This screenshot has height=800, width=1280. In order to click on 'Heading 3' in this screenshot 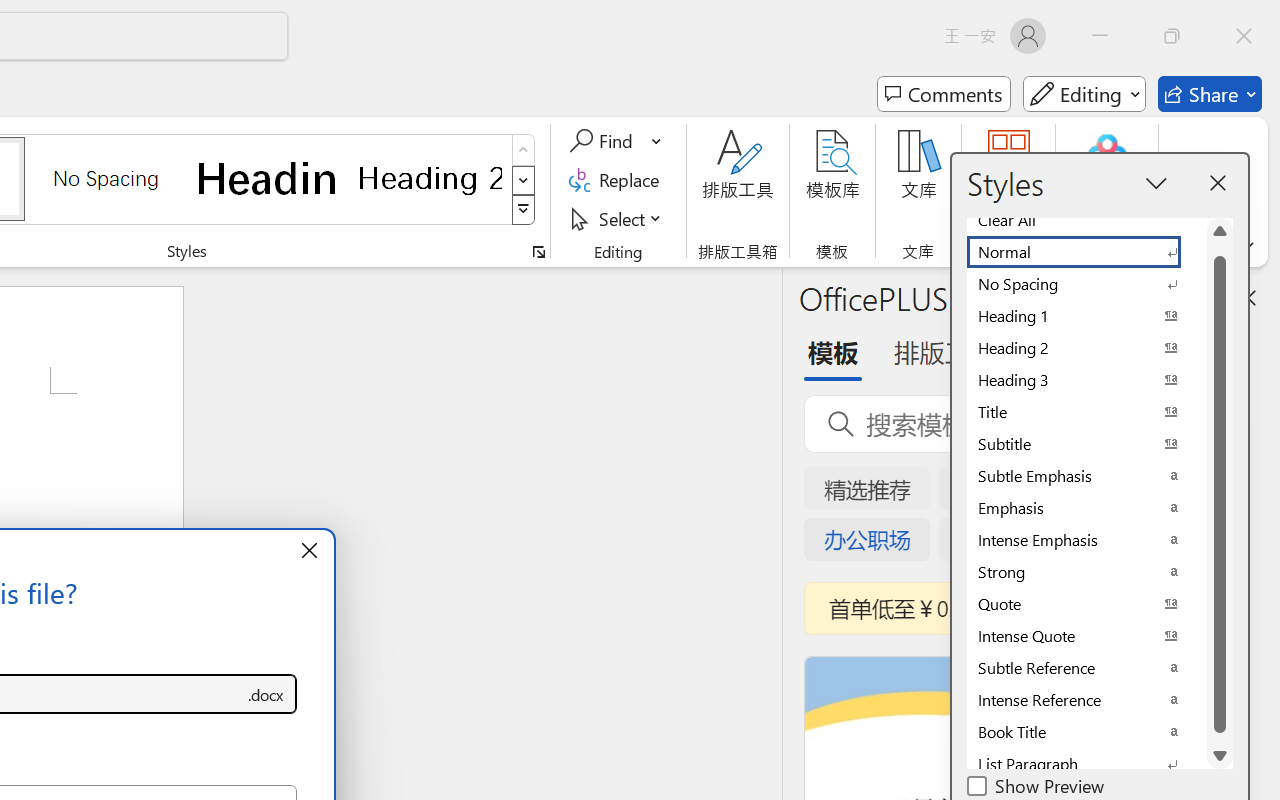, I will do `click(1085, 379)`.